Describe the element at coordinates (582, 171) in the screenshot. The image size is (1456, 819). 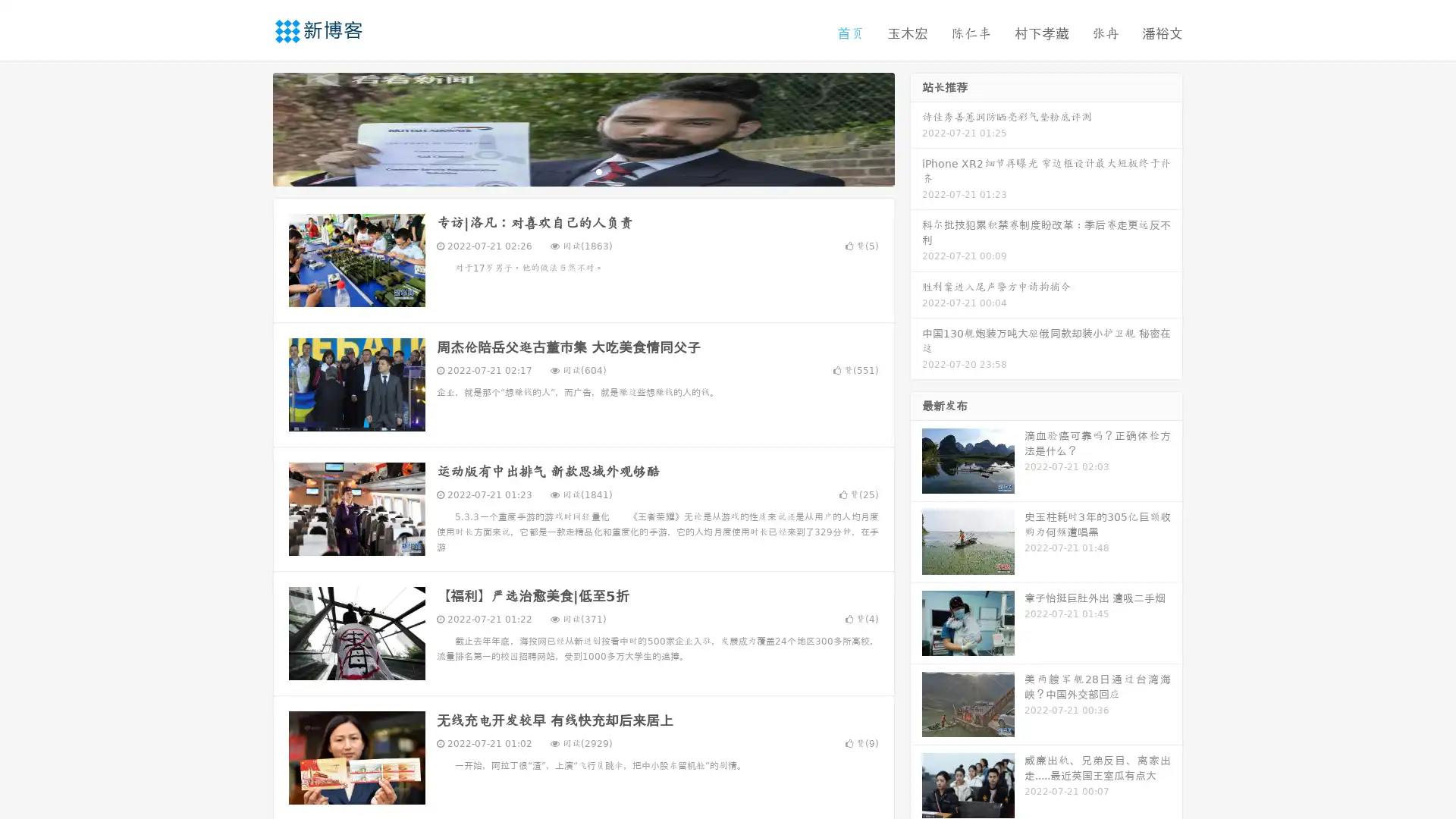
I see `Go to slide 2` at that location.